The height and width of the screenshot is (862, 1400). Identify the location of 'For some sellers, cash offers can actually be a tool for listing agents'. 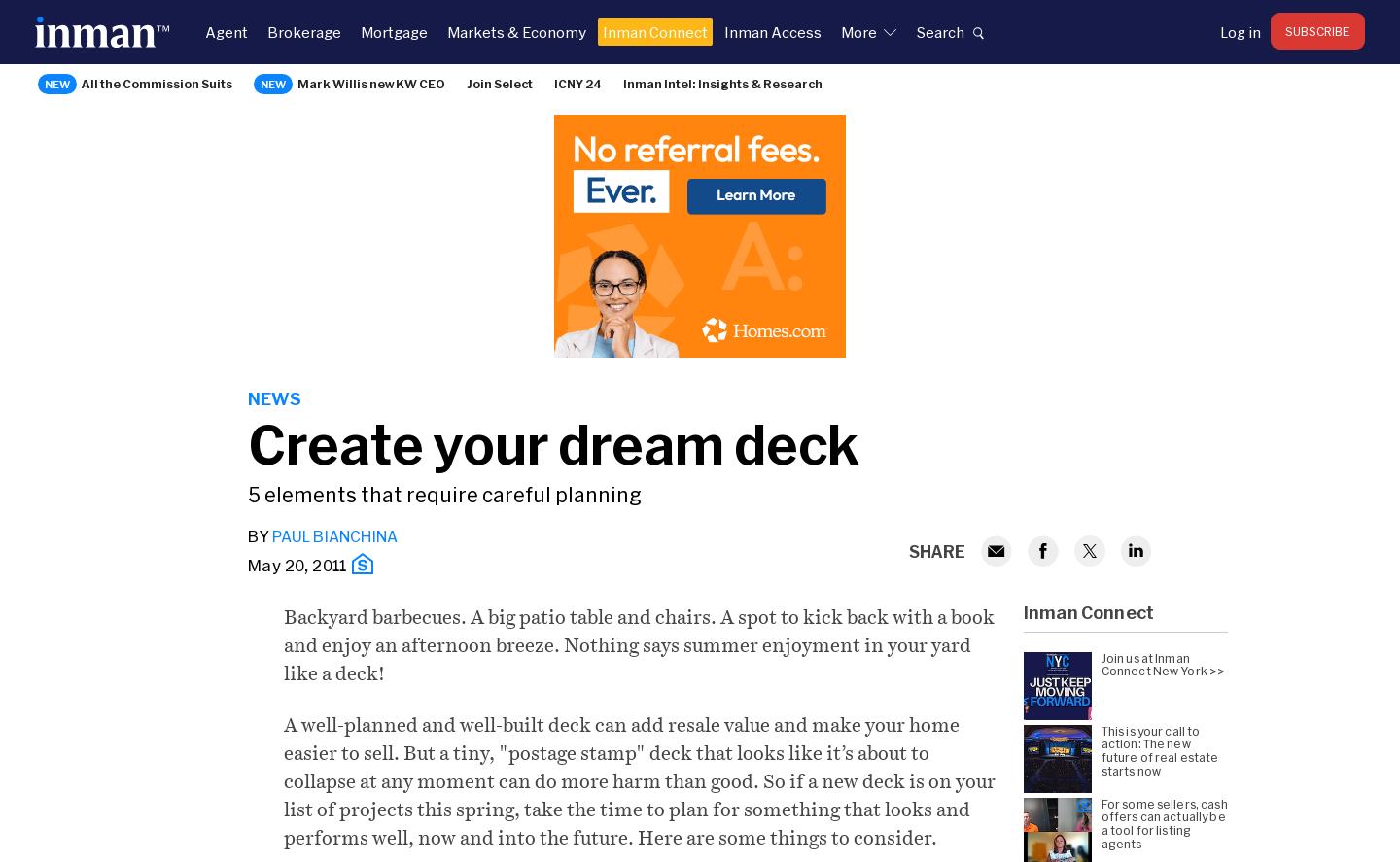
(1164, 821).